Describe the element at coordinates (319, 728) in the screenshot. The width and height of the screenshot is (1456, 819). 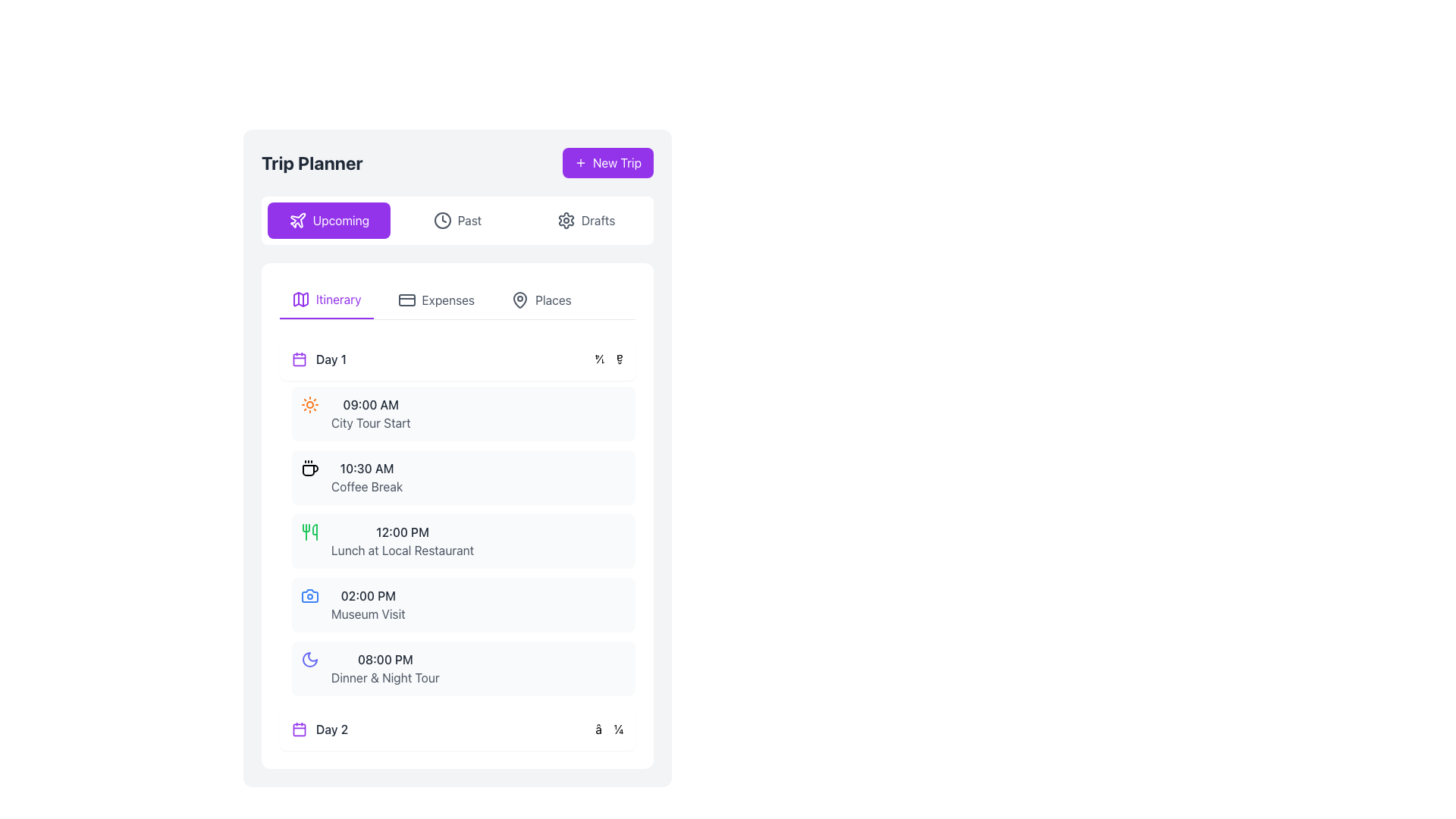
I see `the 'Day 2' label, which consists of dark gray text and a purple calendar icon, located under the 'Upcoming' tab in the 'Trip Planner' panel` at that location.